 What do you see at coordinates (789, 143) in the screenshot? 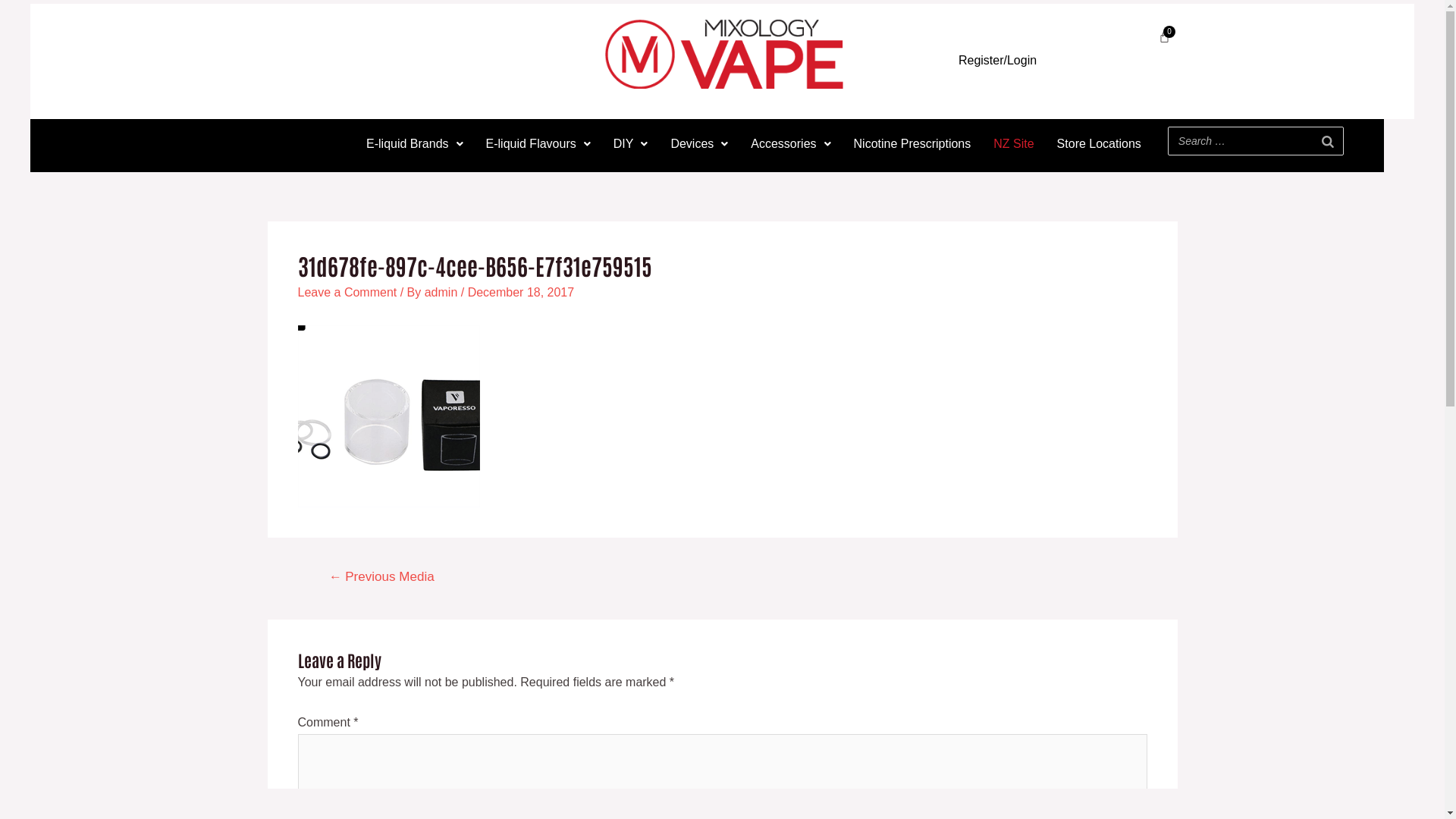
I see `'Accessories'` at bounding box center [789, 143].